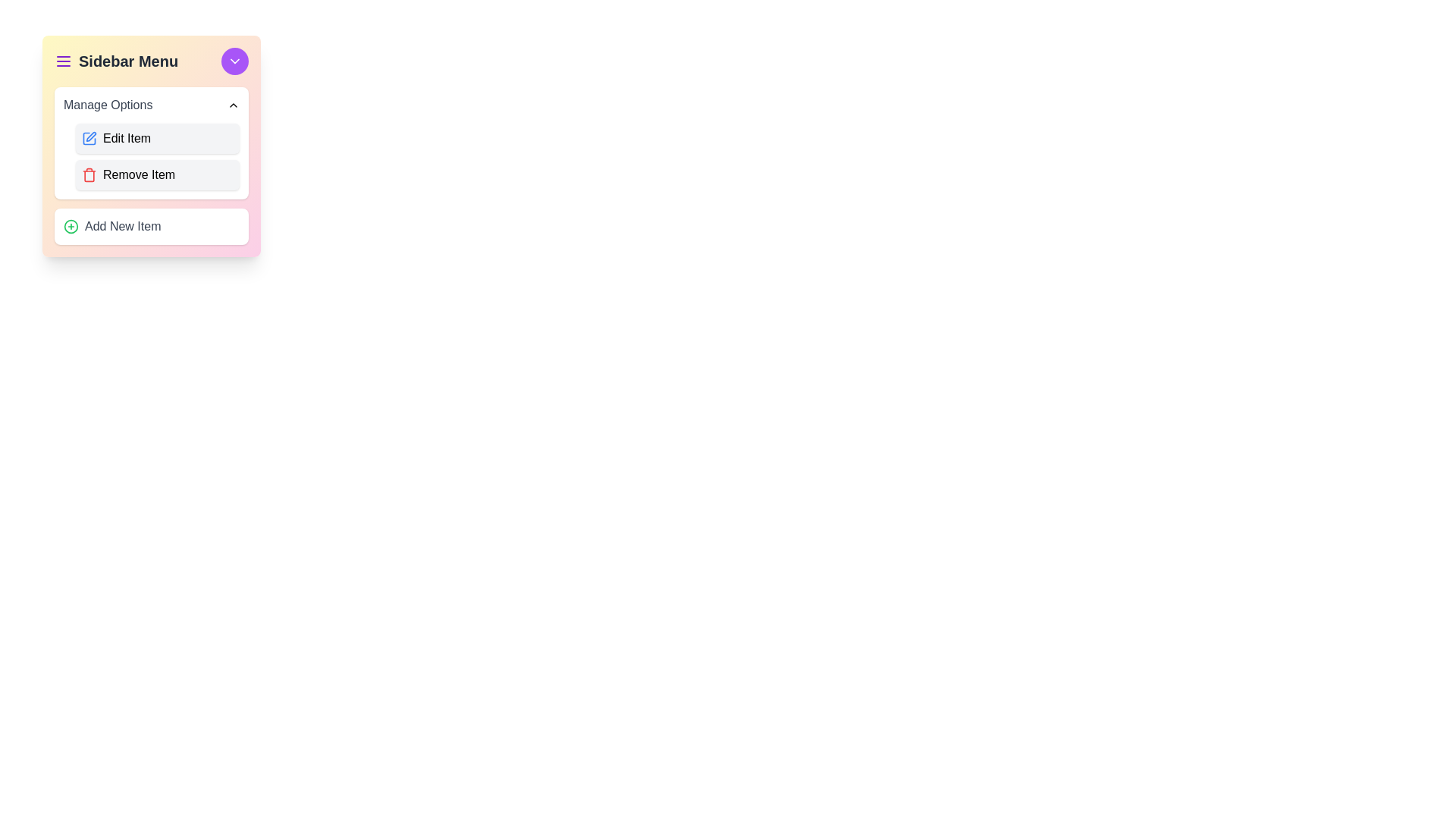  I want to click on the 'Manage Options' text label located in the sidebar menu at the top of a collapsible section, which is styled with medium font weight and gray color, so click(107, 104).